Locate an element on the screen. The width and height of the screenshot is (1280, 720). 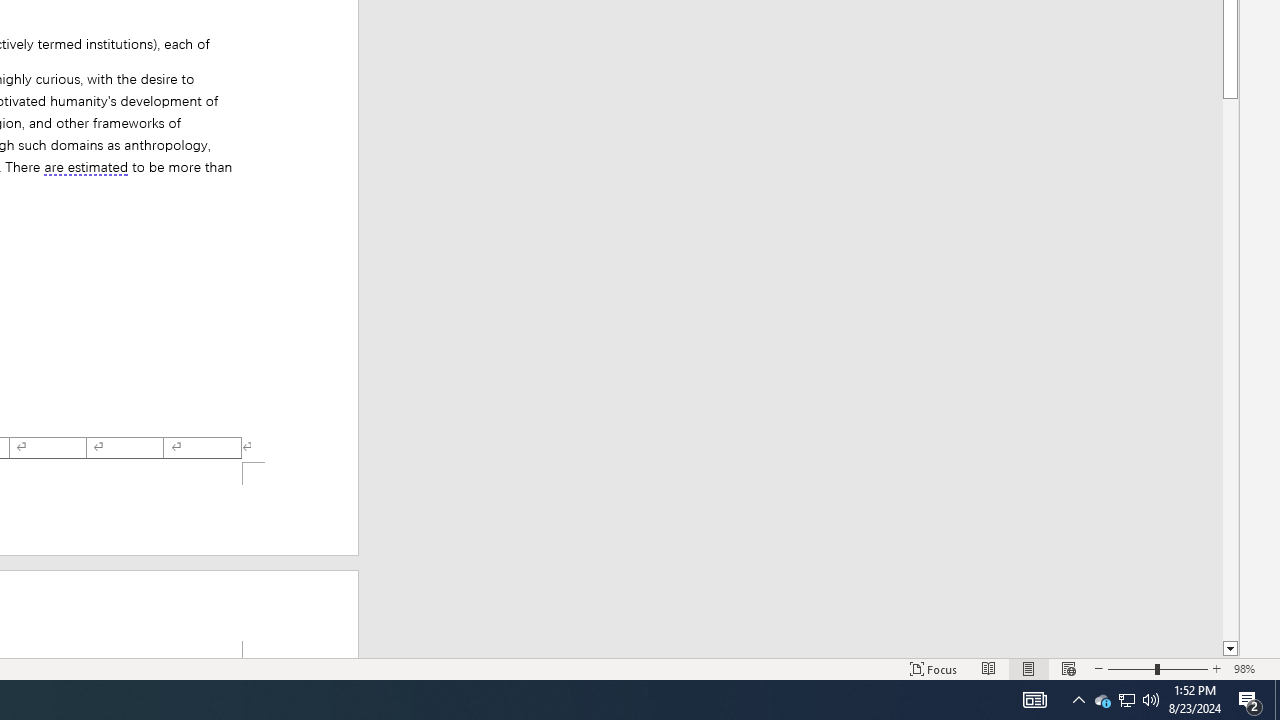
'Print Layout' is located at coordinates (1029, 669).